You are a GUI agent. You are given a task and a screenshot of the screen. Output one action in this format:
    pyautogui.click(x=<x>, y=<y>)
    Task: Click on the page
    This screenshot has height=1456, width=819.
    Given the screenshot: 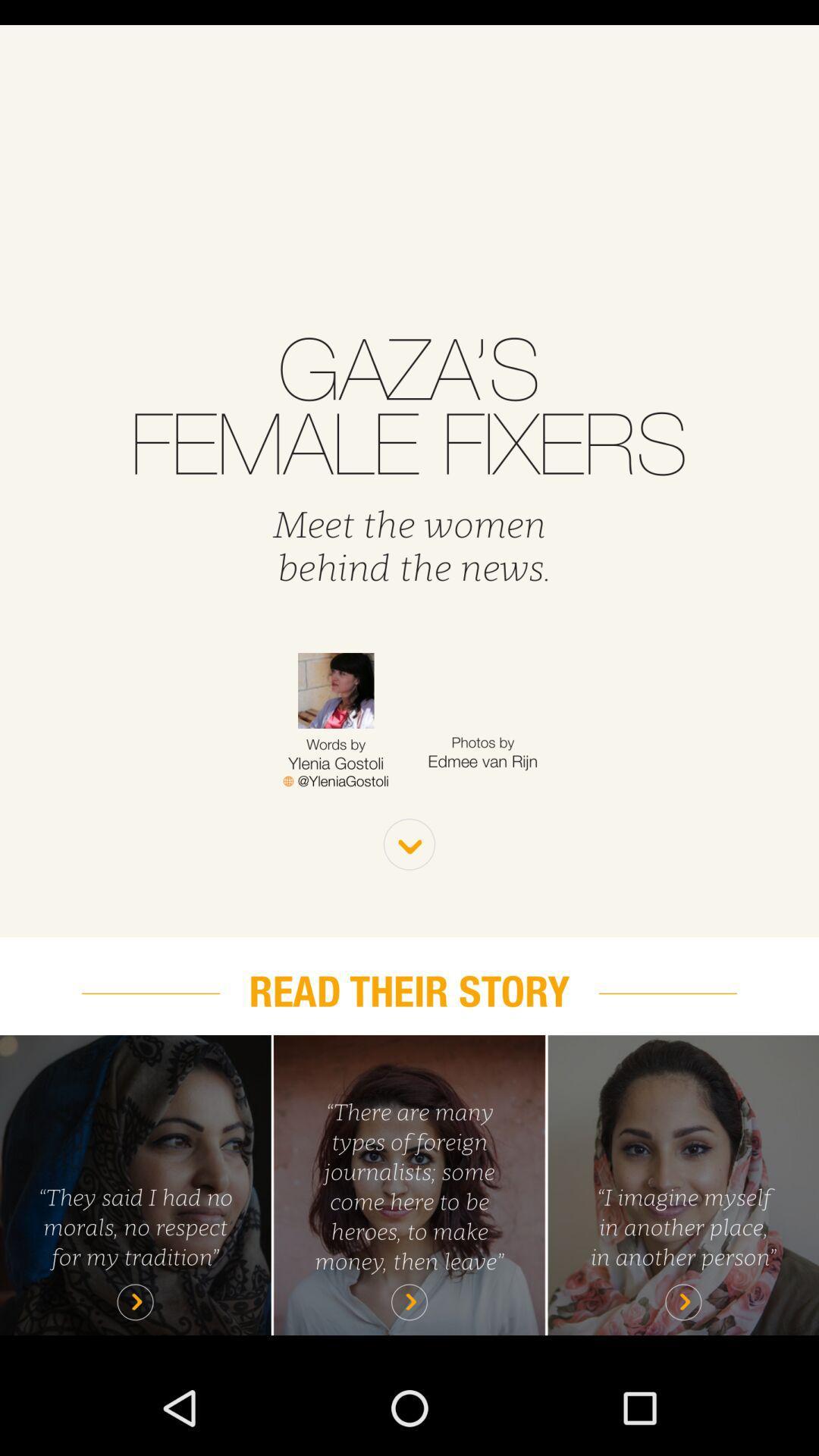 What is the action you would take?
    pyautogui.click(x=134, y=1184)
    